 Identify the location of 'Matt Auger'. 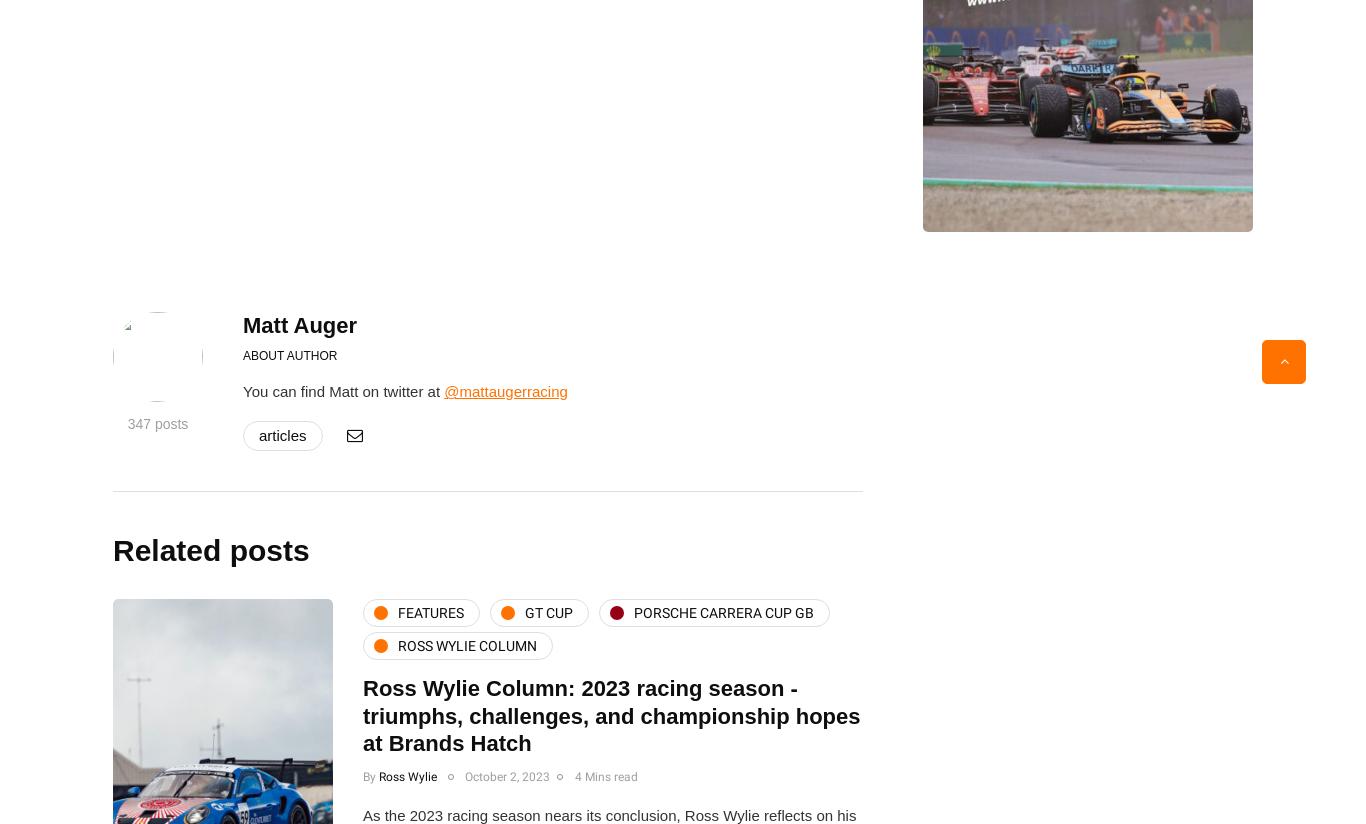
(299, 324).